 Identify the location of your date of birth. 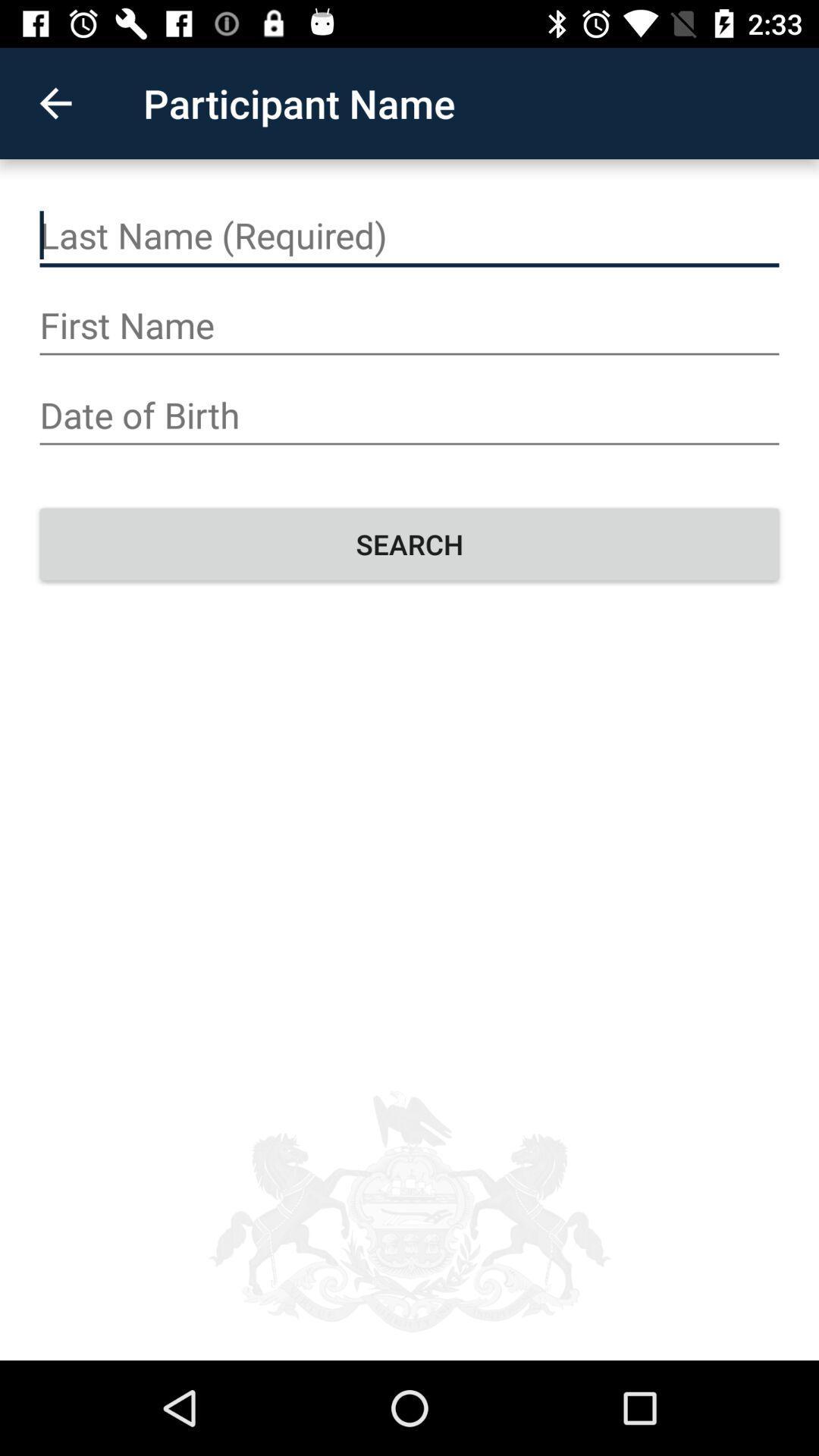
(409, 416).